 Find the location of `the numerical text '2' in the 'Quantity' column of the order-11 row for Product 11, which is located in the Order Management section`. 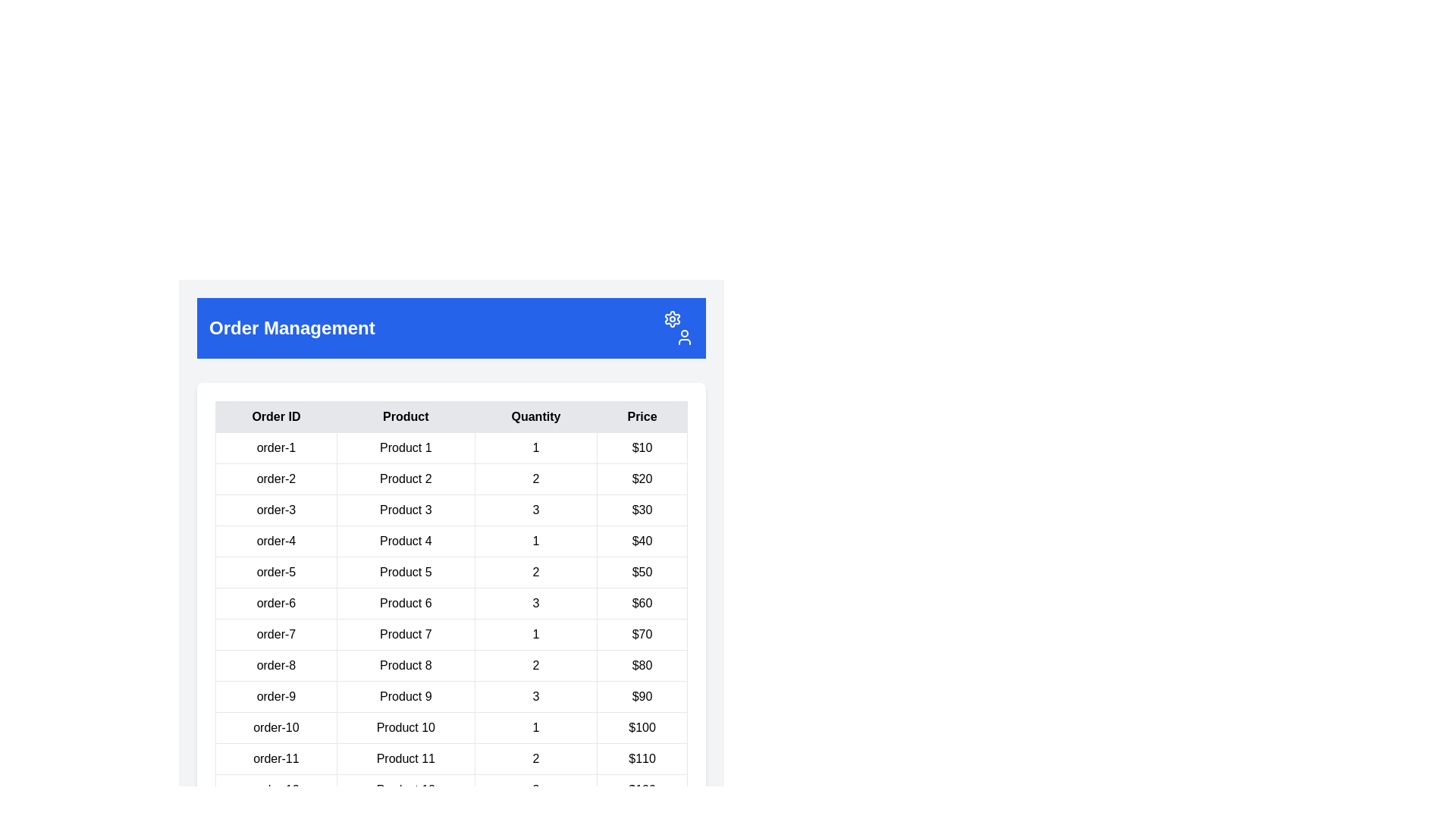

the numerical text '2' in the 'Quantity' column of the order-11 row for Product 11, which is located in the Order Management section is located at coordinates (535, 759).